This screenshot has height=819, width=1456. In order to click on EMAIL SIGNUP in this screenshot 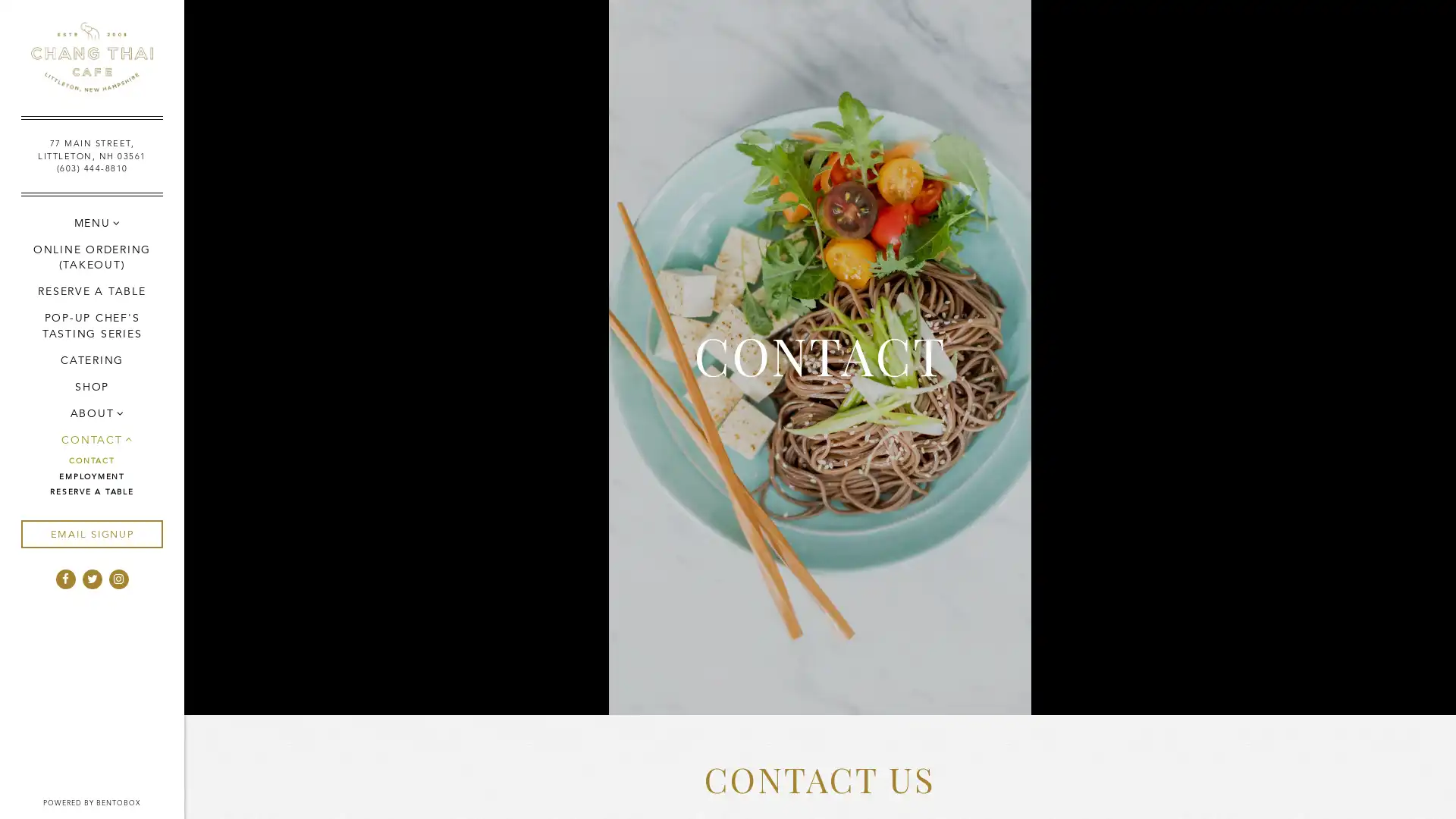, I will do `click(90, 533)`.